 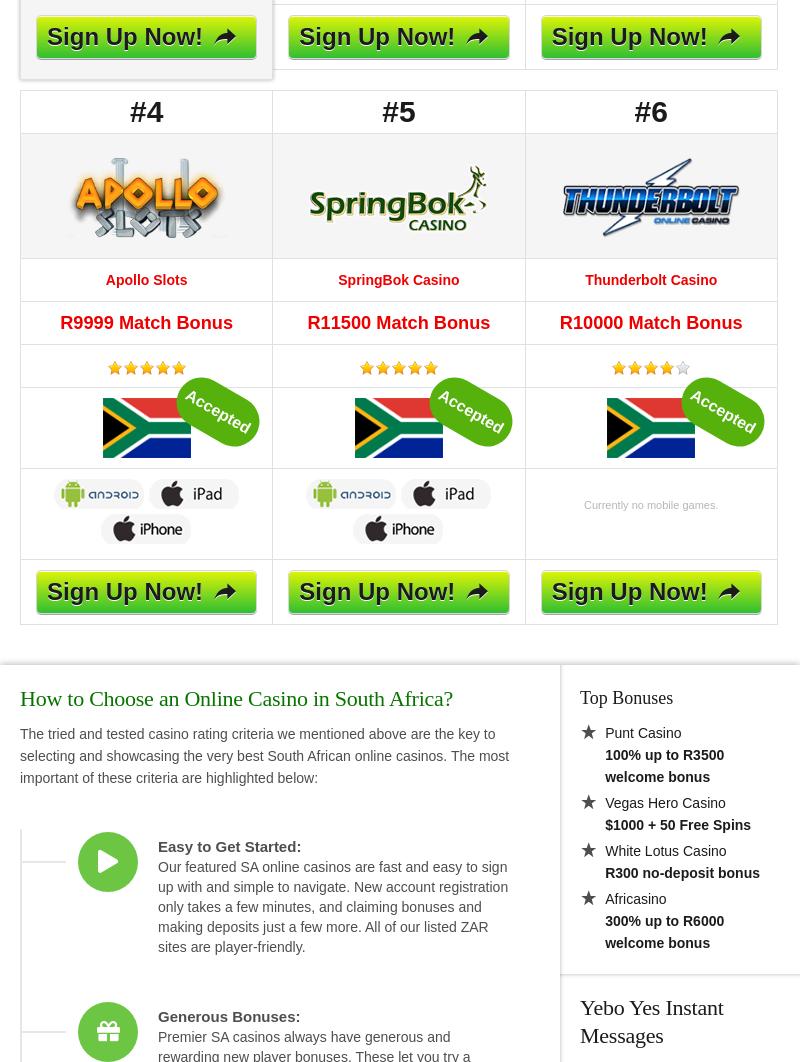 What do you see at coordinates (59, 321) in the screenshot?
I see `'R9999 Match Bonus'` at bounding box center [59, 321].